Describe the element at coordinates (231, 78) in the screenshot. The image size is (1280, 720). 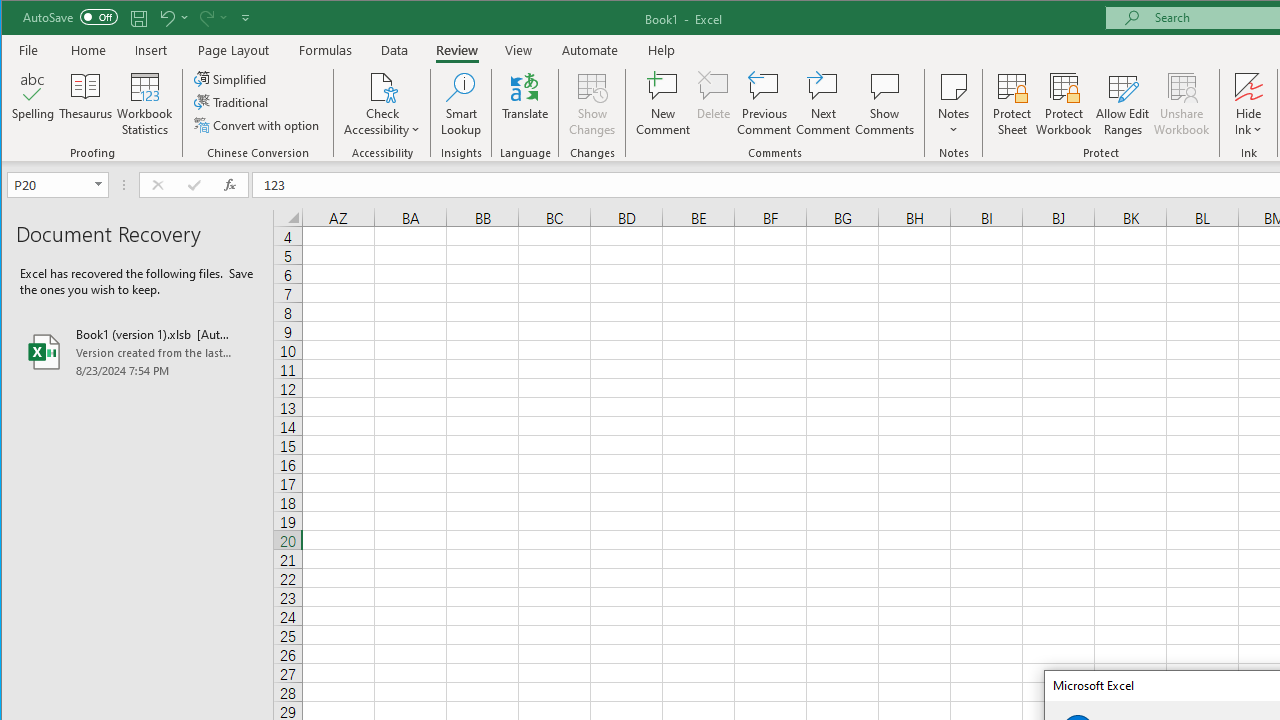
I see `'Simplified'` at that location.